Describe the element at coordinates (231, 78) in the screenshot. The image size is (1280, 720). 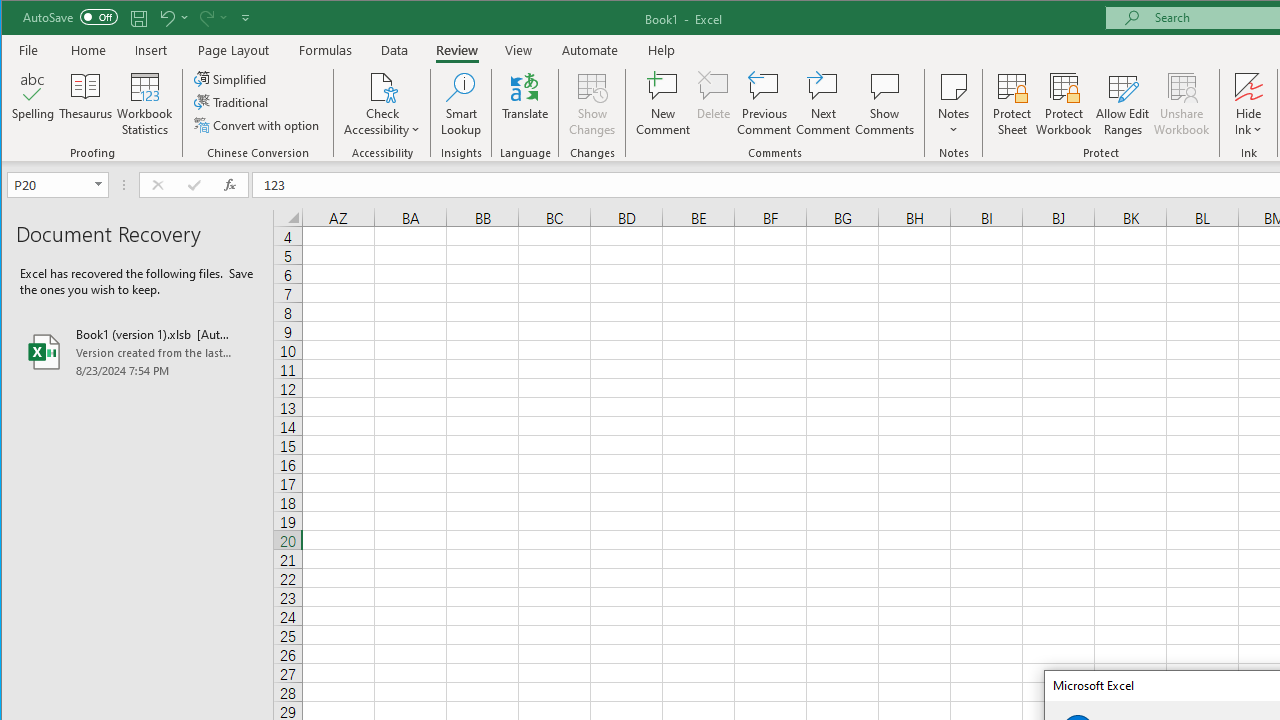
I see `'Simplified'` at that location.